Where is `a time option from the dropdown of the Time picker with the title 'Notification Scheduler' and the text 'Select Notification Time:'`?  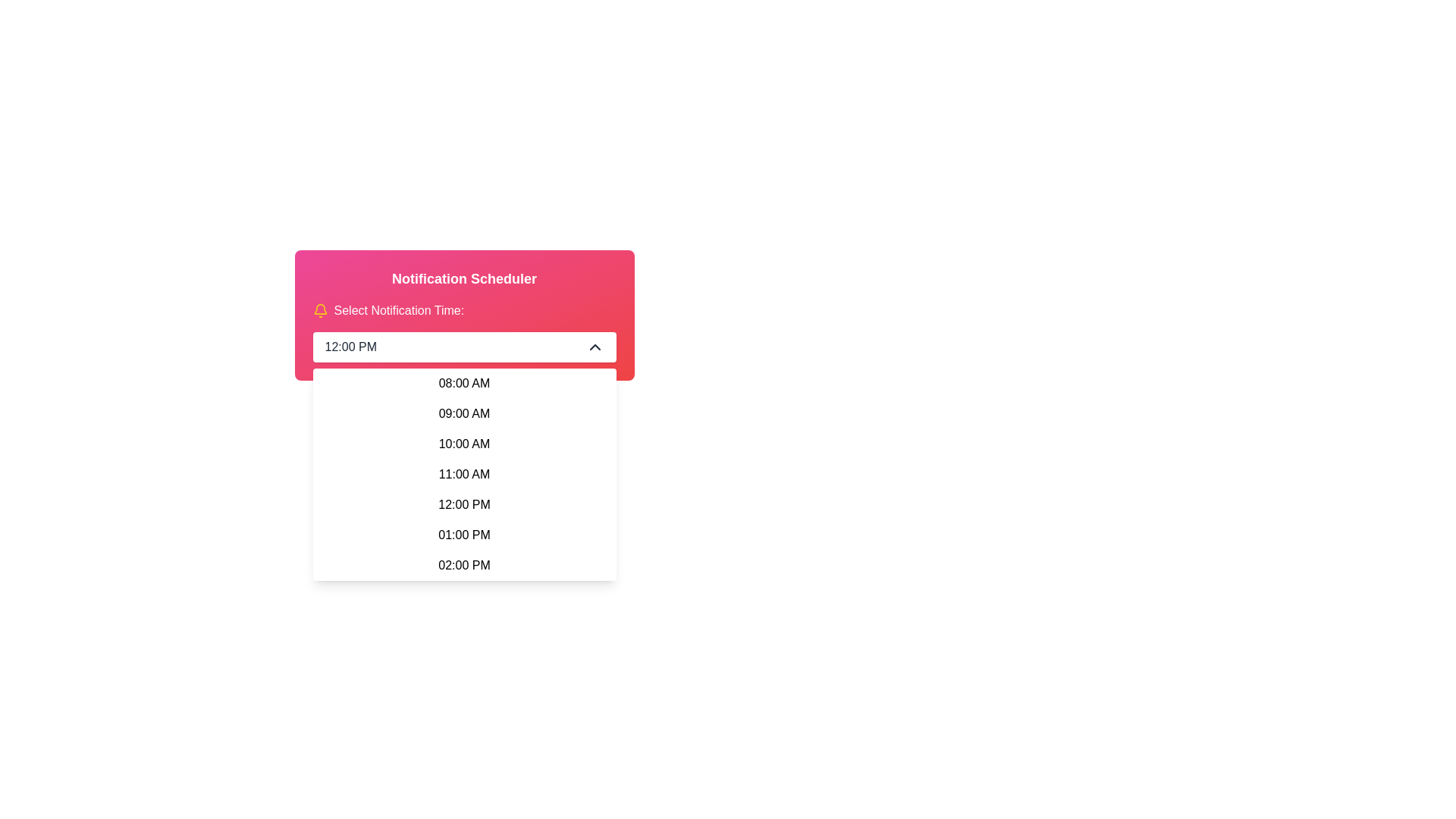 a time option from the dropdown of the Time picker with the title 'Notification Scheduler' and the text 'Select Notification Time:' is located at coordinates (463, 315).